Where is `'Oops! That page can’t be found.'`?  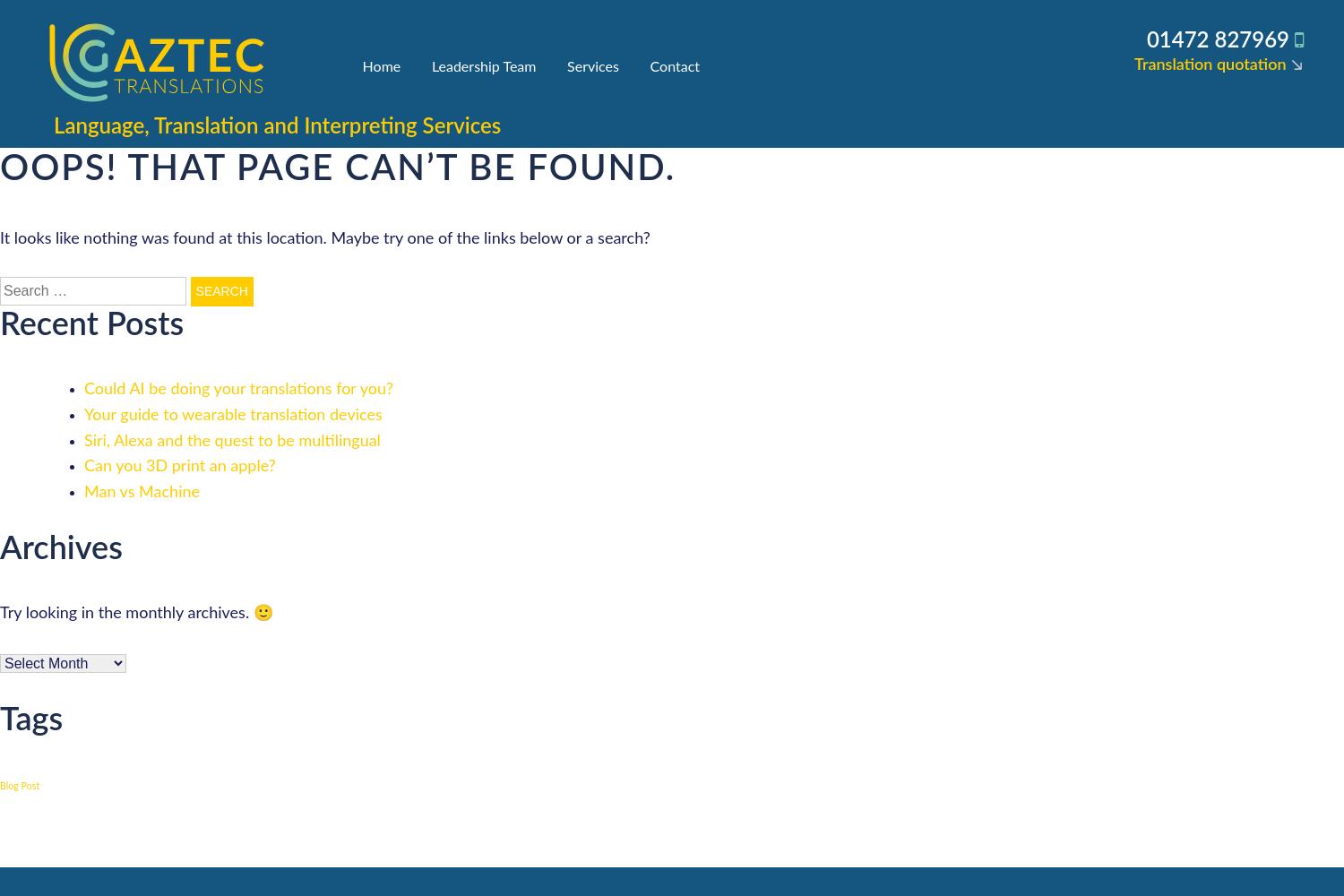 'Oops! That page can’t be found.' is located at coordinates (337, 168).